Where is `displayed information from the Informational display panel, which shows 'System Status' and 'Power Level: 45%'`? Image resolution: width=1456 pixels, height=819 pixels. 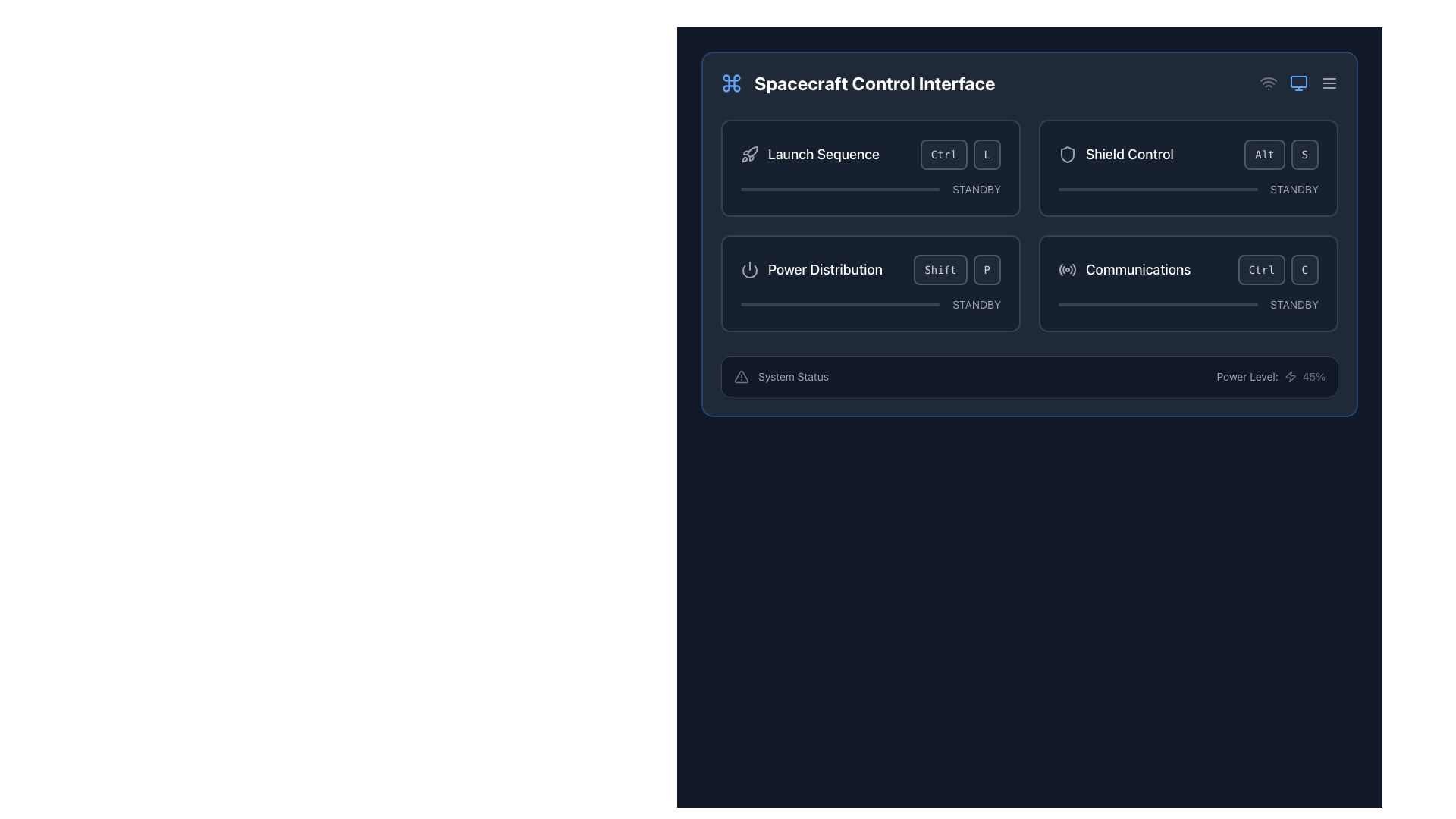 displayed information from the Informational display panel, which shows 'System Status' and 'Power Level: 45%' is located at coordinates (1030, 376).